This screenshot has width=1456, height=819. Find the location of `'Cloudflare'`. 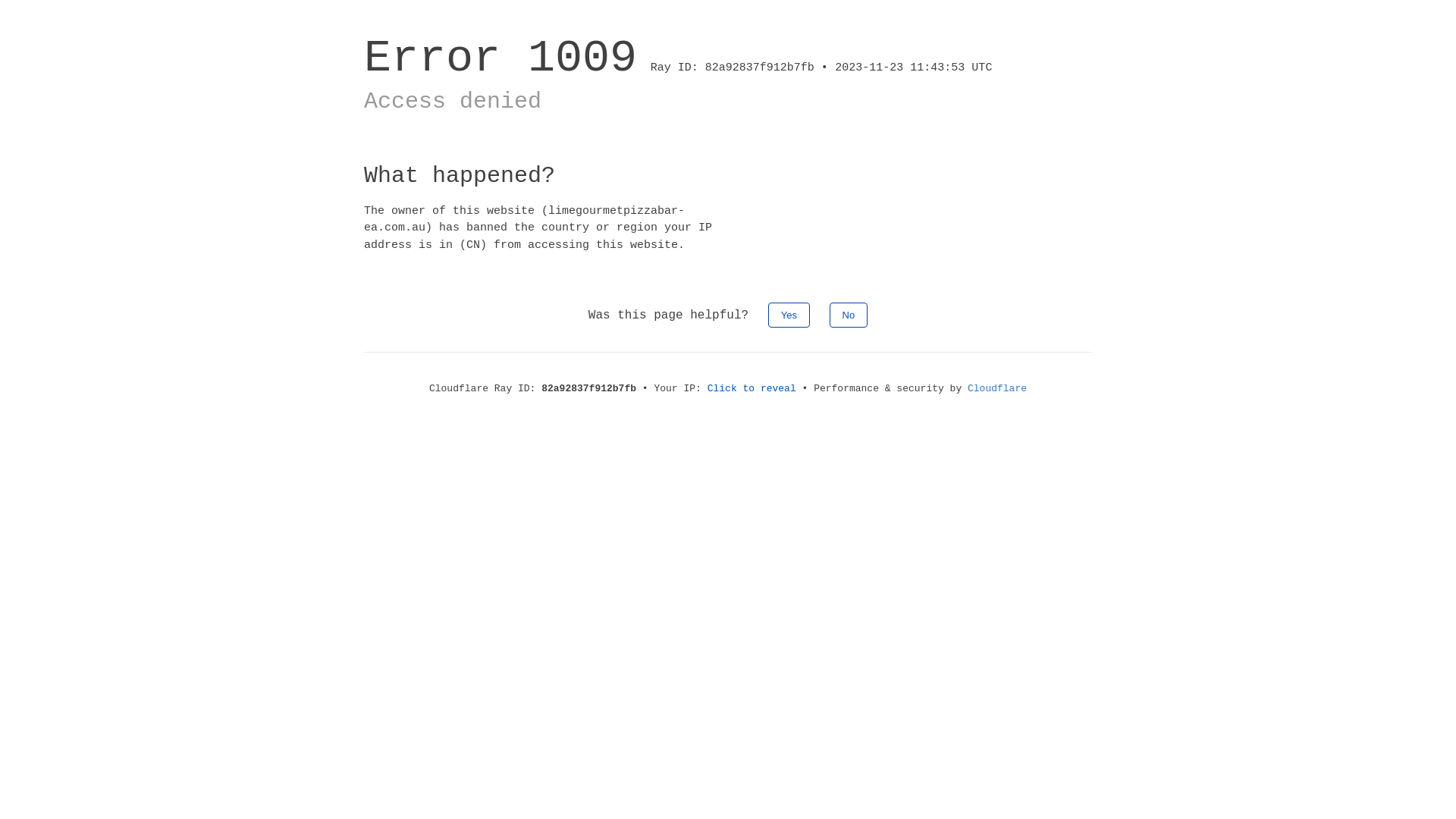

'Cloudflare' is located at coordinates (967, 388).